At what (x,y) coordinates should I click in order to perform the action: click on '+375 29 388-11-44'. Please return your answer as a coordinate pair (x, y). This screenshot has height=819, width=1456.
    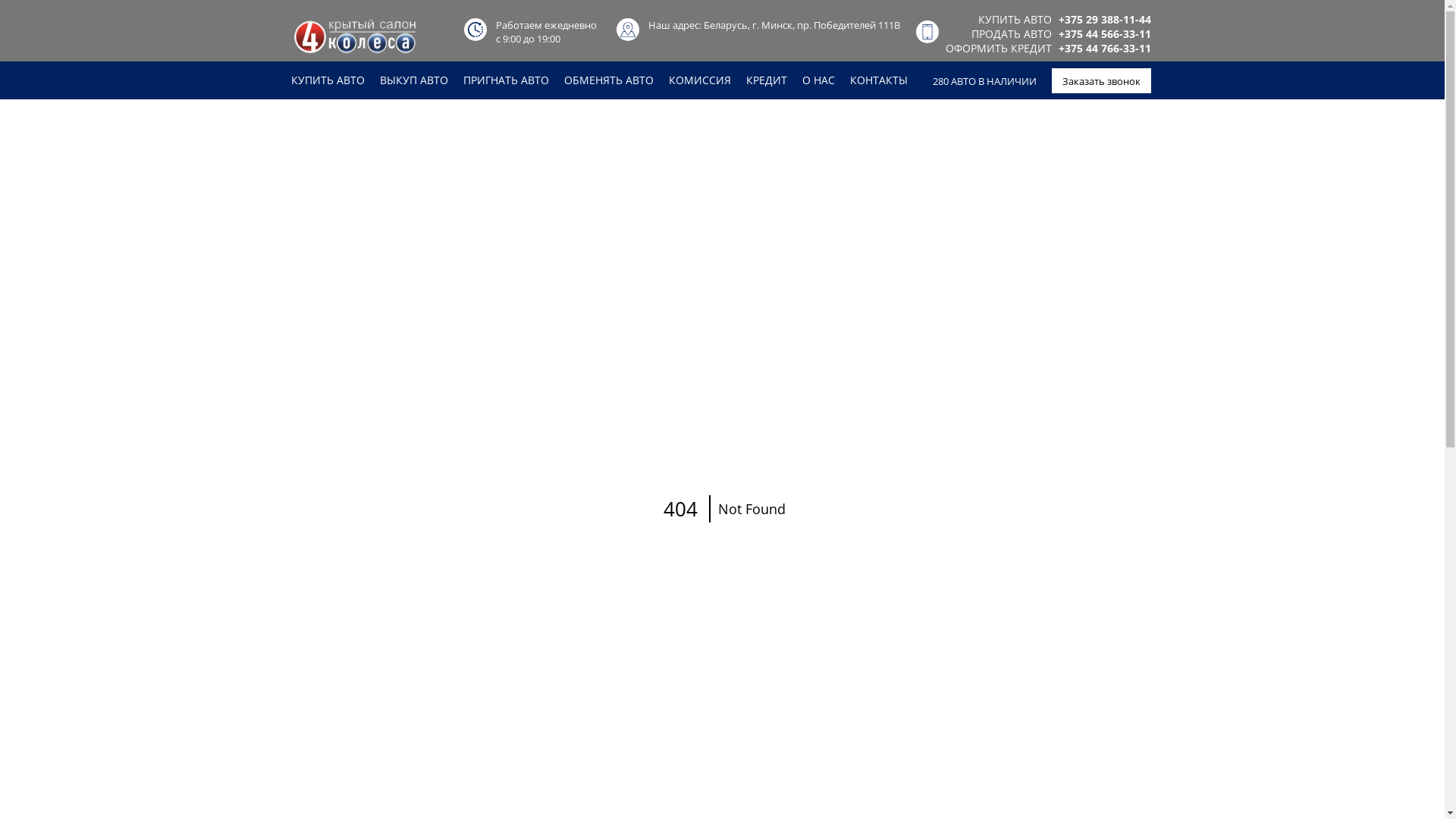
    Looking at the image, I should click on (1105, 19).